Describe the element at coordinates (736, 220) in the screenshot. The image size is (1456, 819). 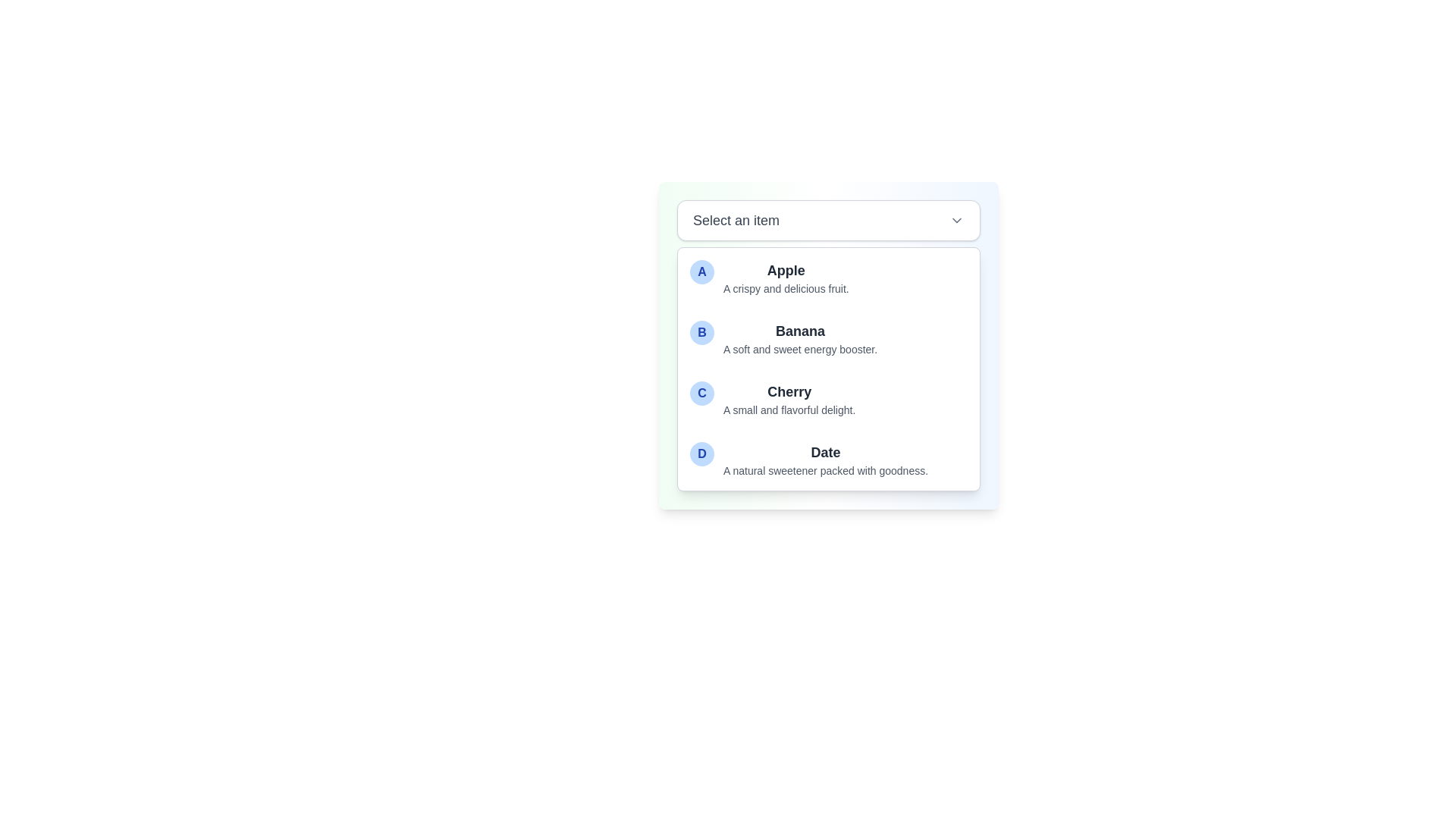
I see `the label indicating 'Select an item' which is positioned inside a white box at the top-left area, serving as a title for the surrounding dropdown component` at that location.